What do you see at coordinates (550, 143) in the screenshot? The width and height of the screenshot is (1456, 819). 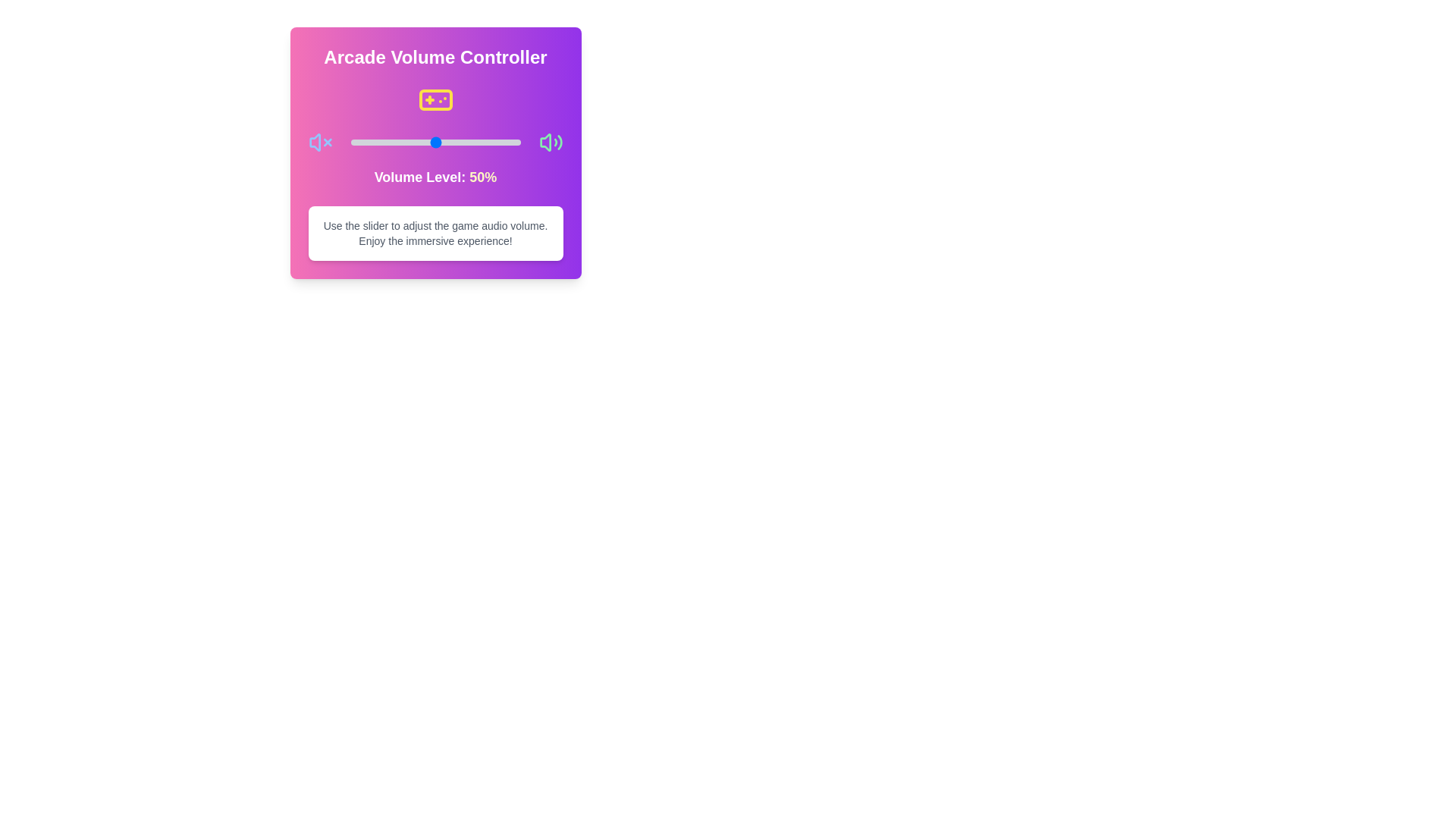 I see `the volume icon Volume2 to interact with it` at bounding box center [550, 143].